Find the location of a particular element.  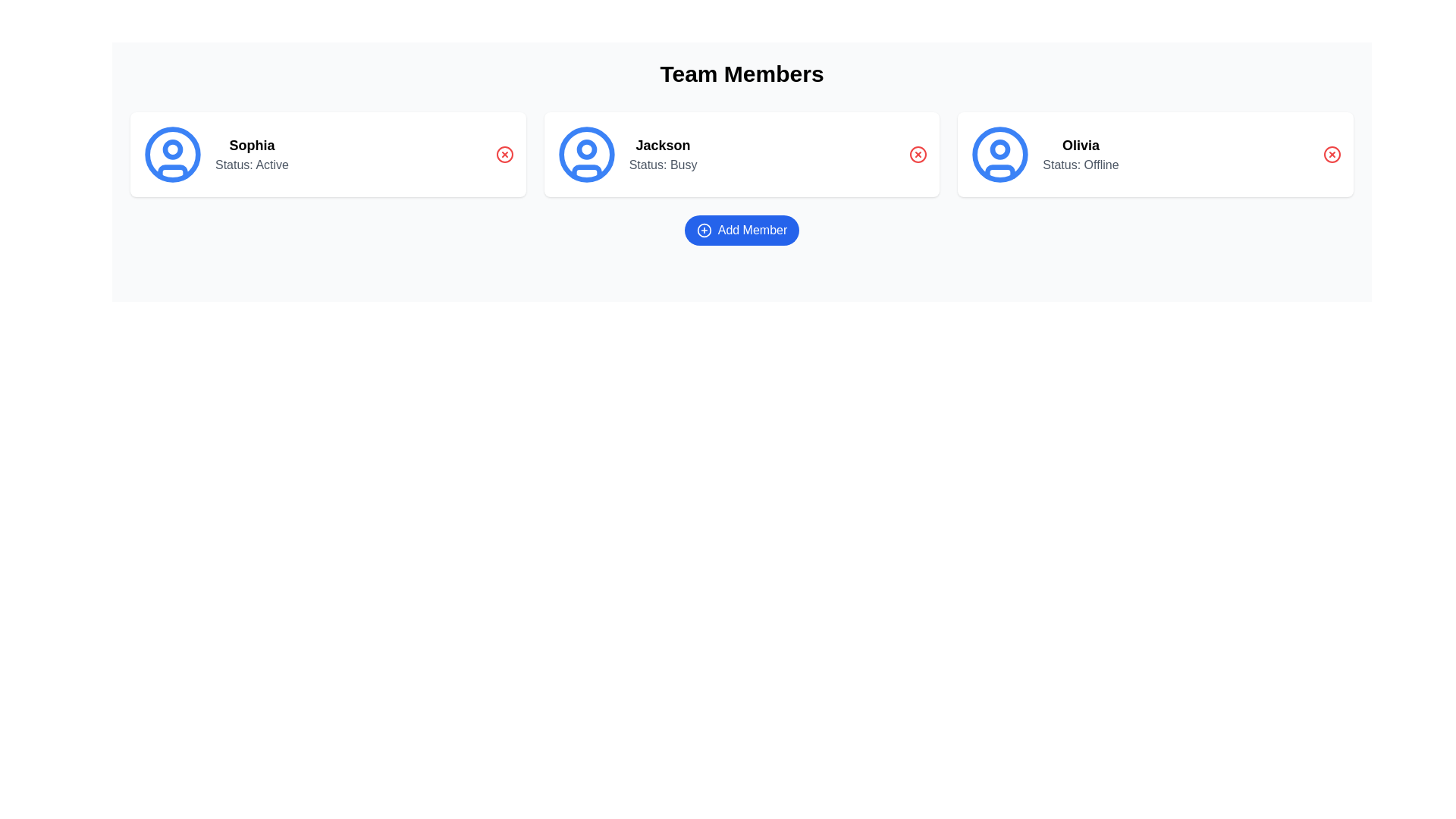

the user's profile information display component, which includes an icon and text, located under the 'Team Members' heading is located at coordinates (215, 155).